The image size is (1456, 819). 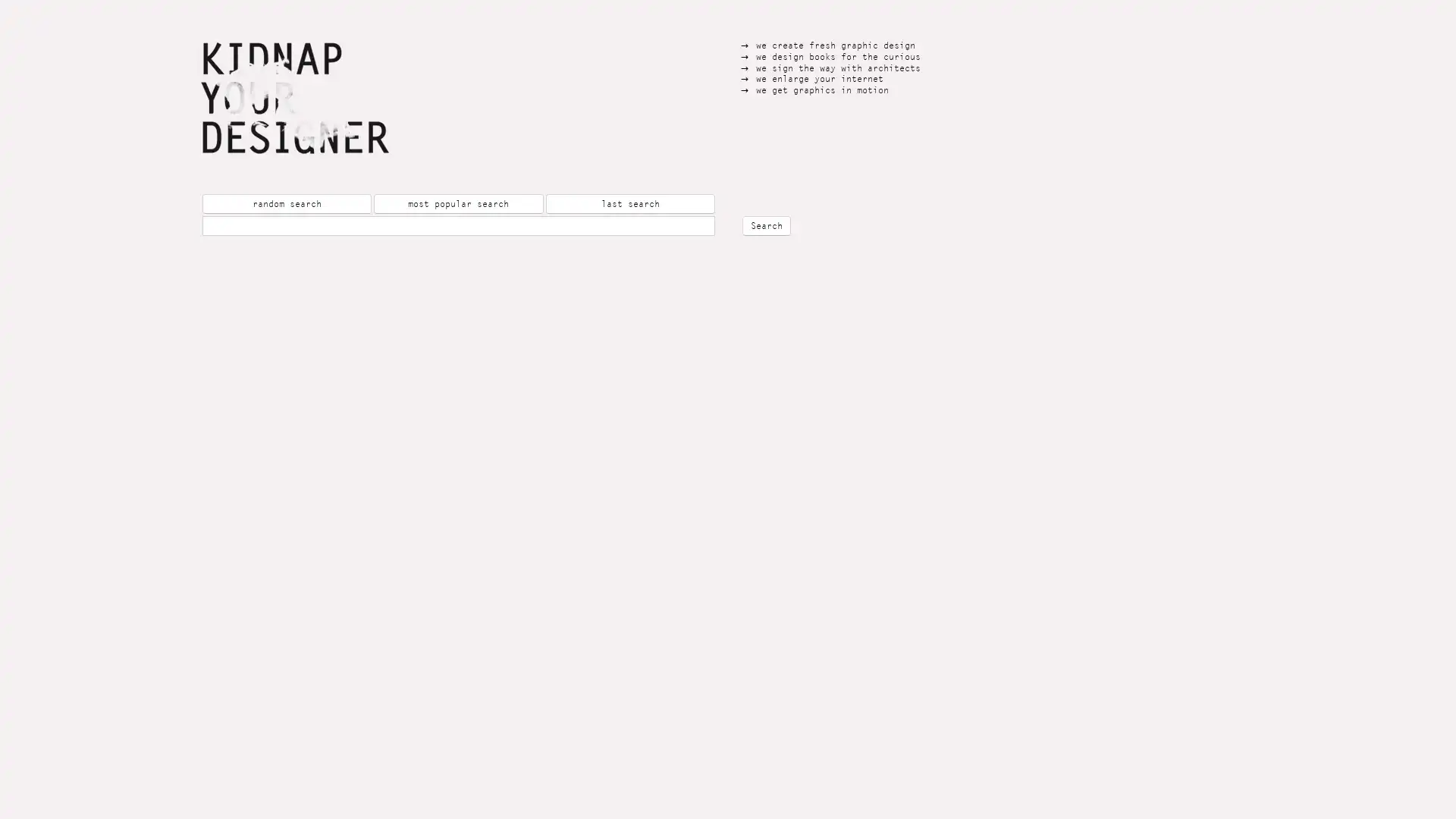 What do you see at coordinates (287, 203) in the screenshot?
I see `random search` at bounding box center [287, 203].